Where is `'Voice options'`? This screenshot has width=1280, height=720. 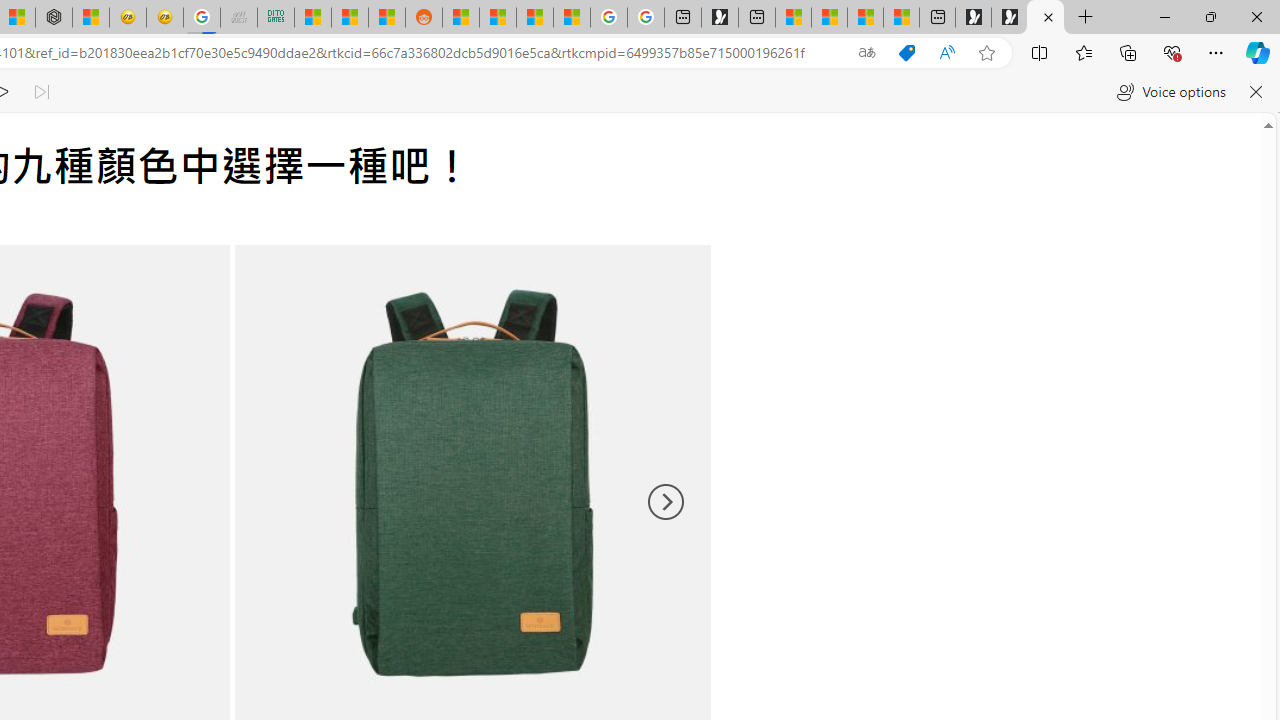
'Voice options' is located at coordinates (1171, 92).